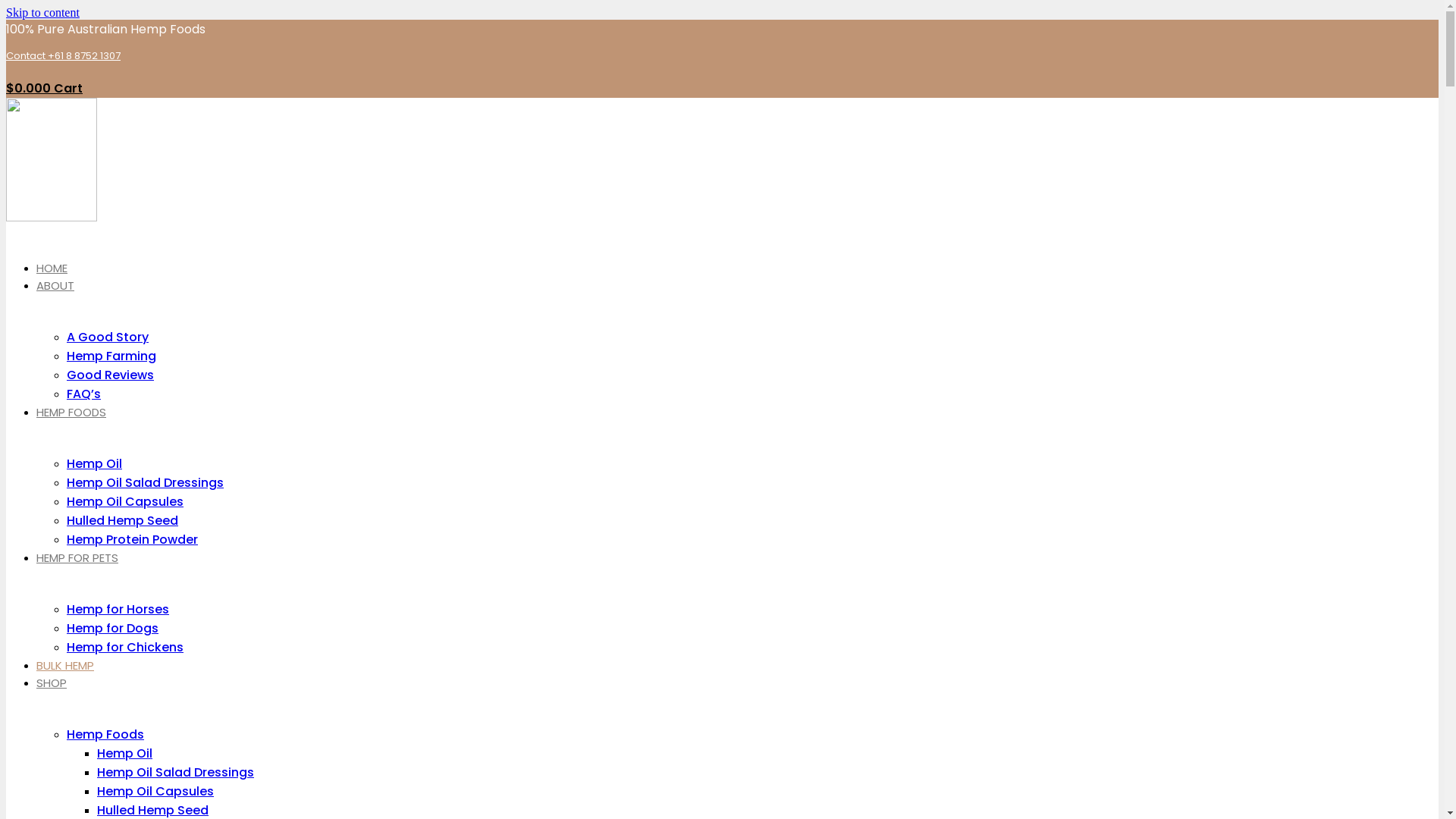 The height and width of the screenshot is (819, 1456). What do you see at coordinates (52, 267) in the screenshot?
I see `'HOME'` at bounding box center [52, 267].